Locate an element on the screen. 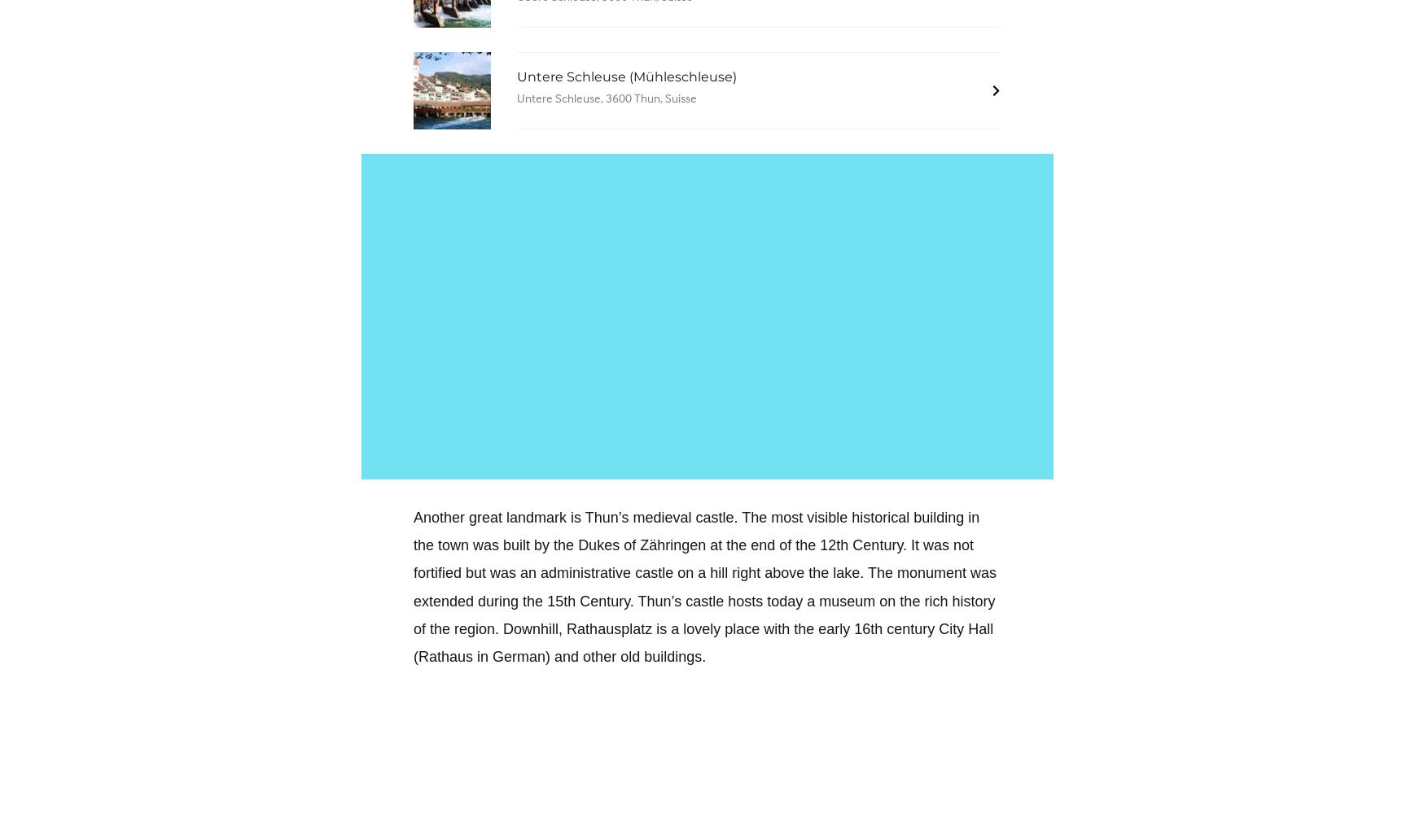 The image size is (1415, 840). 'Untere Schleuse (Mühleschleuse)' is located at coordinates (626, 77).